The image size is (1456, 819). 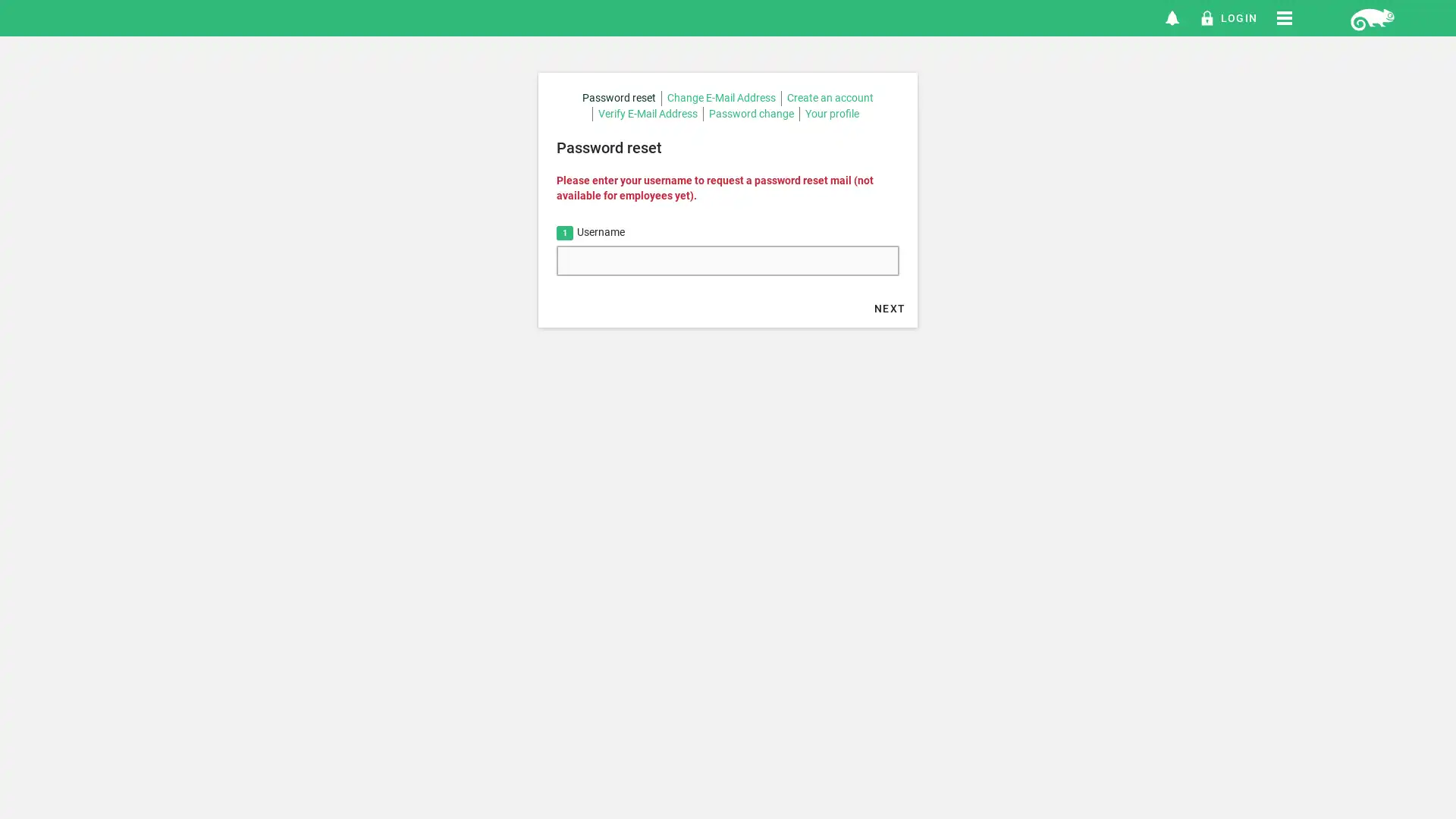 What do you see at coordinates (890, 307) in the screenshot?
I see `NEXT` at bounding box center [890, 307].